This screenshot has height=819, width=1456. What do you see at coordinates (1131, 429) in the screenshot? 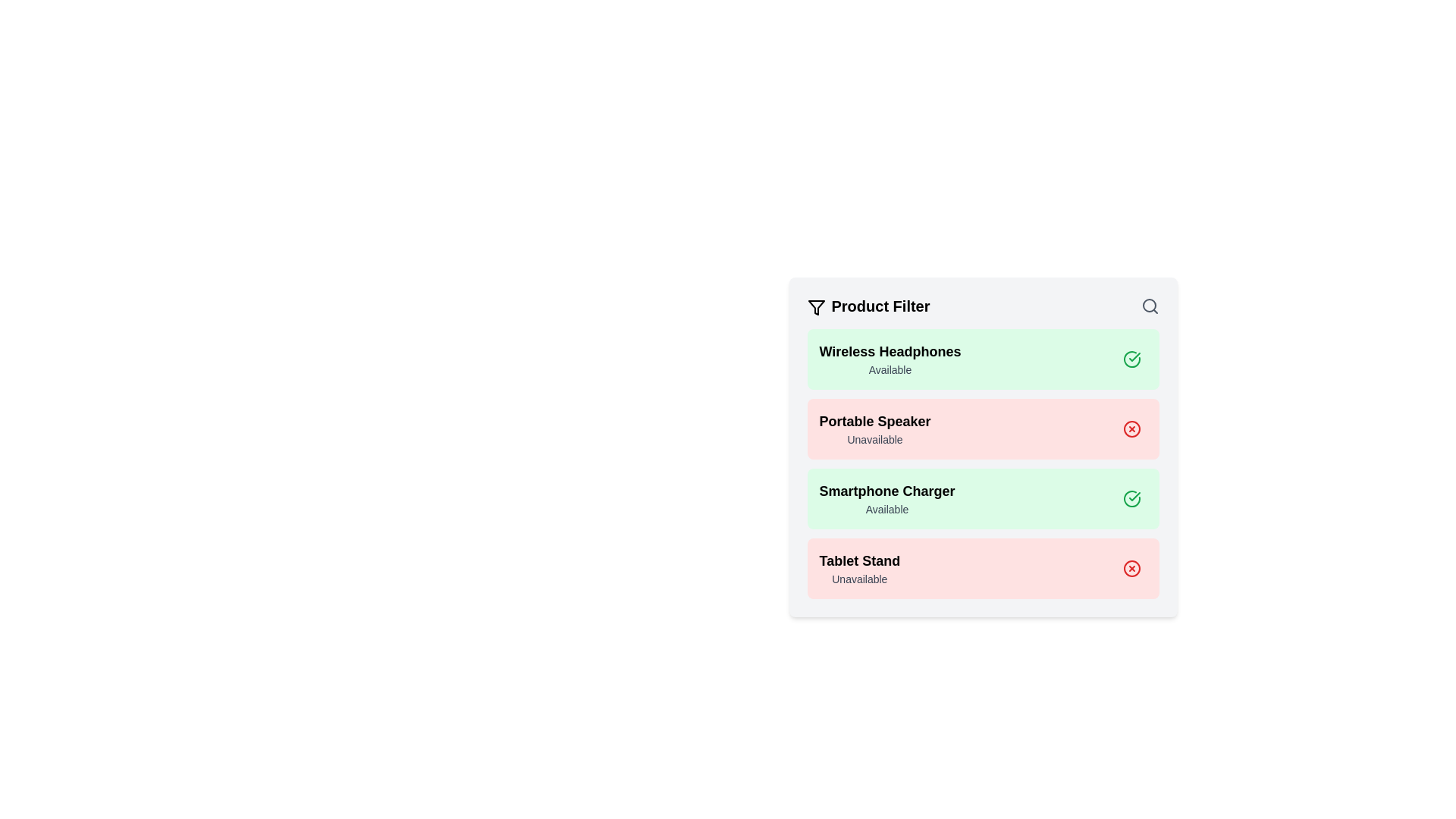
I see `the status of the 'Portable Speaker' item indicated by the centrally located graphical icon marking it as unavailable` at bounding box center [1131, 429].